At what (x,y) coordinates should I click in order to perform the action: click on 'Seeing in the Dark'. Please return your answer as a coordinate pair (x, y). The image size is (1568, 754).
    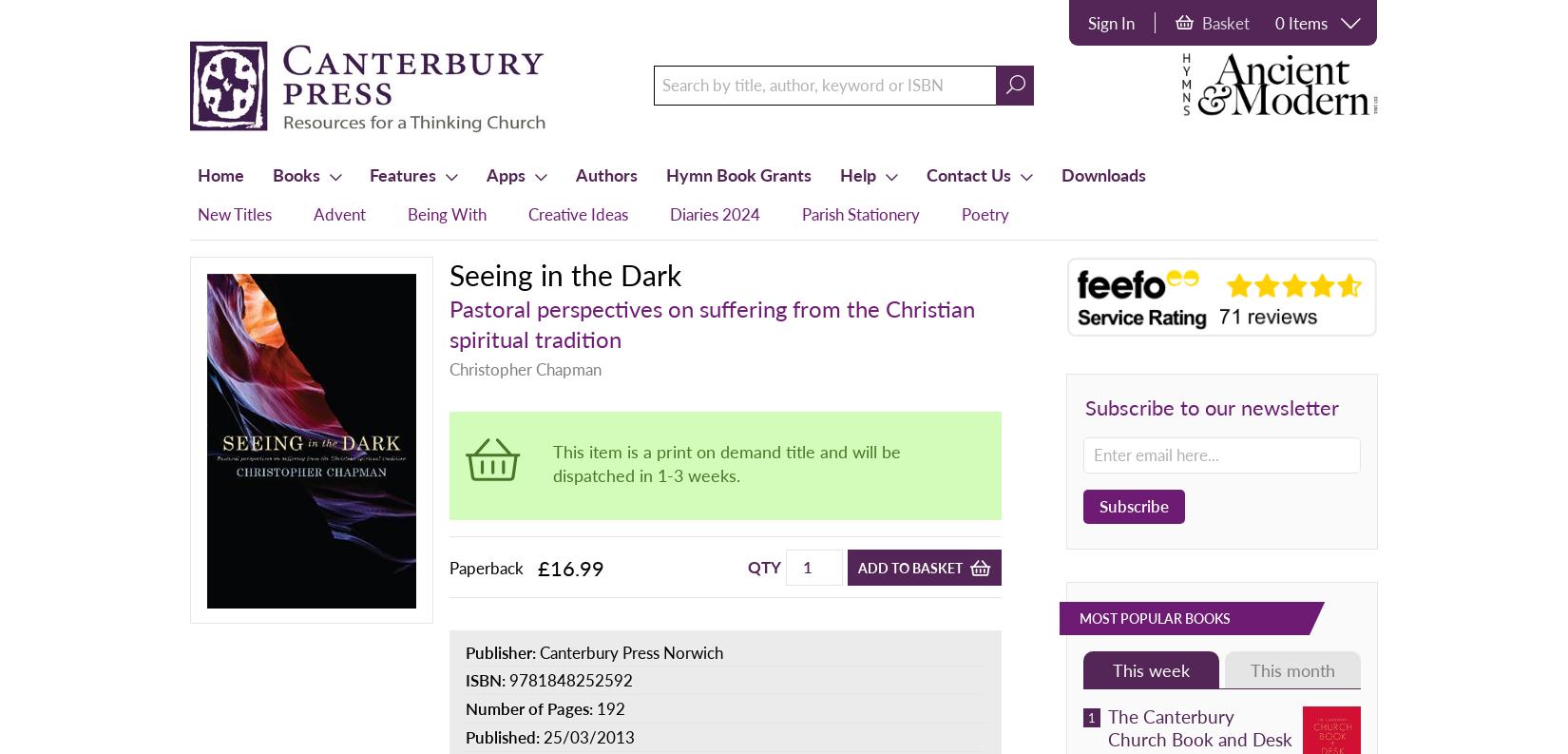
    Looking at the image, I should click on (449, 273).